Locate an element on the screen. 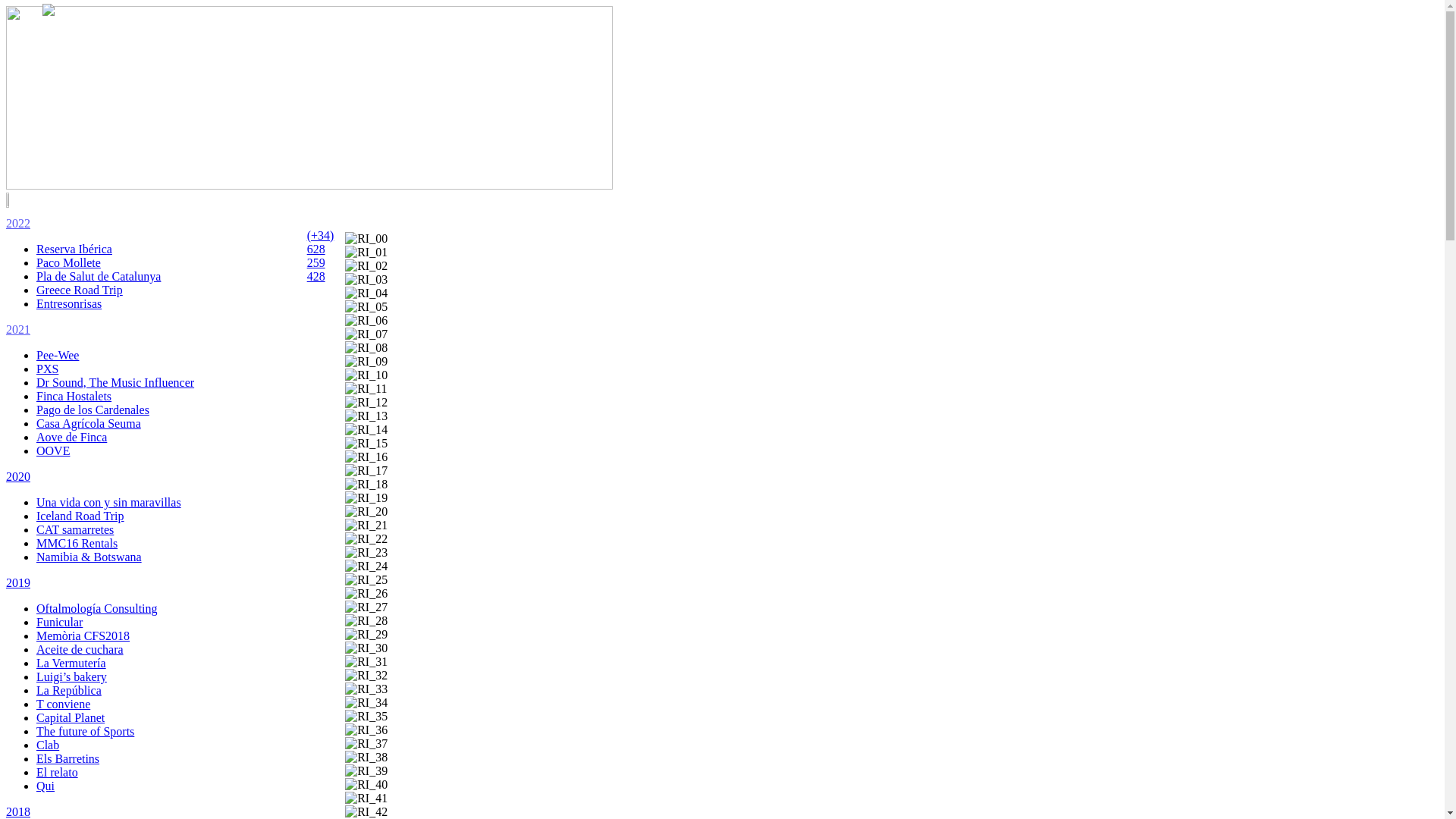 The height and width of the screenshot is (819, 1456). 'Pago de los Cardenales' is located at coordinates (92, 409).